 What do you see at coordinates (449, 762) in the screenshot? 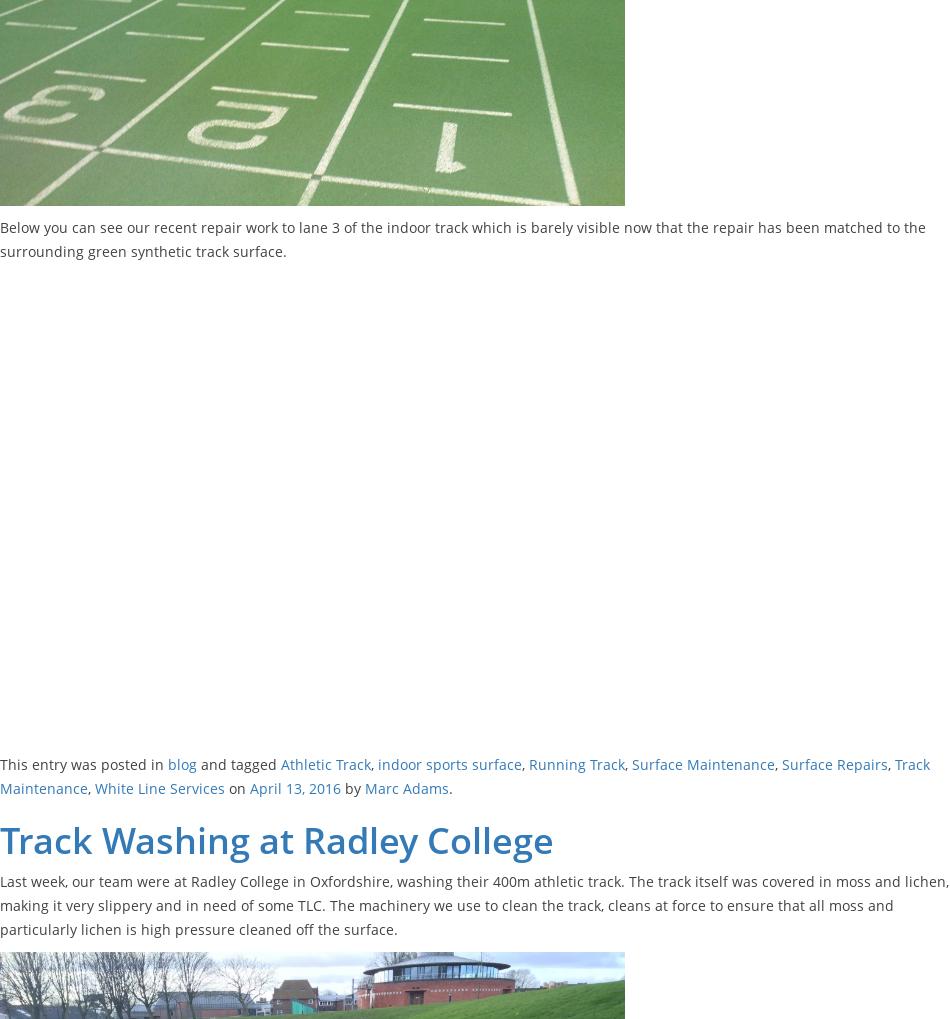
I see `'indoor sports surface'` at bounding box center [449, 762].